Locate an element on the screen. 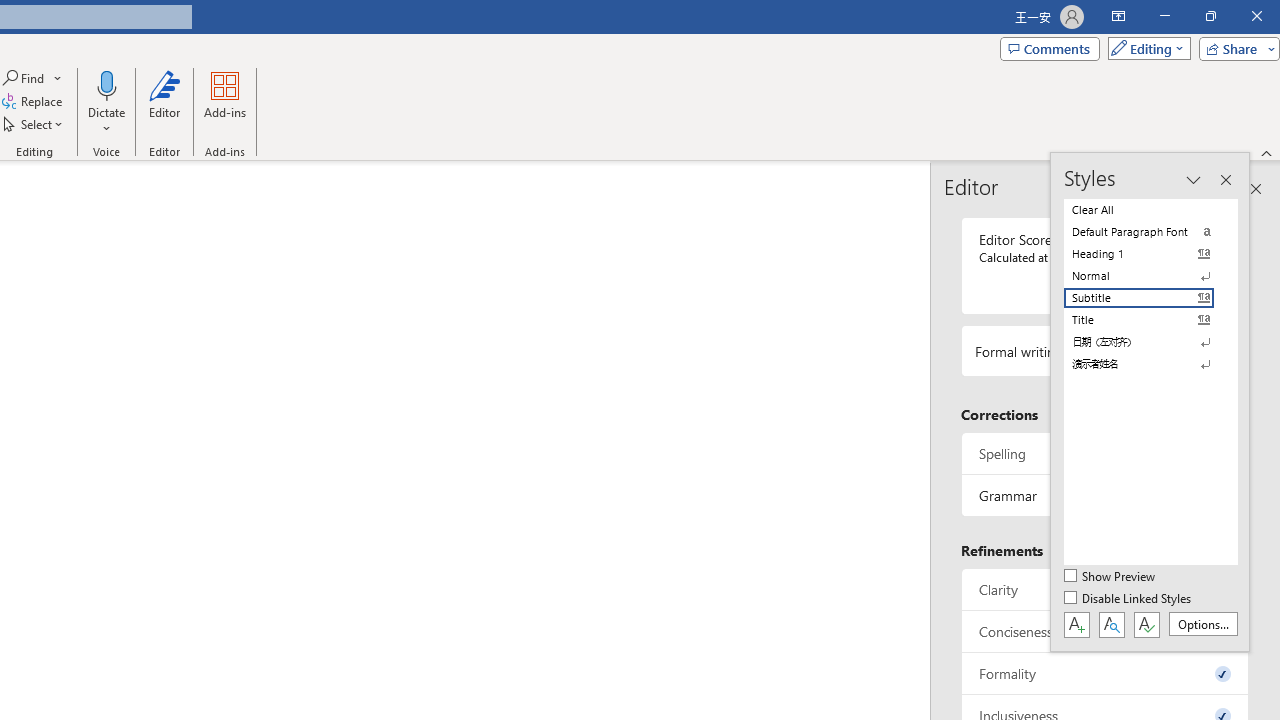  'Title' is located at coordinates (1150, 319).